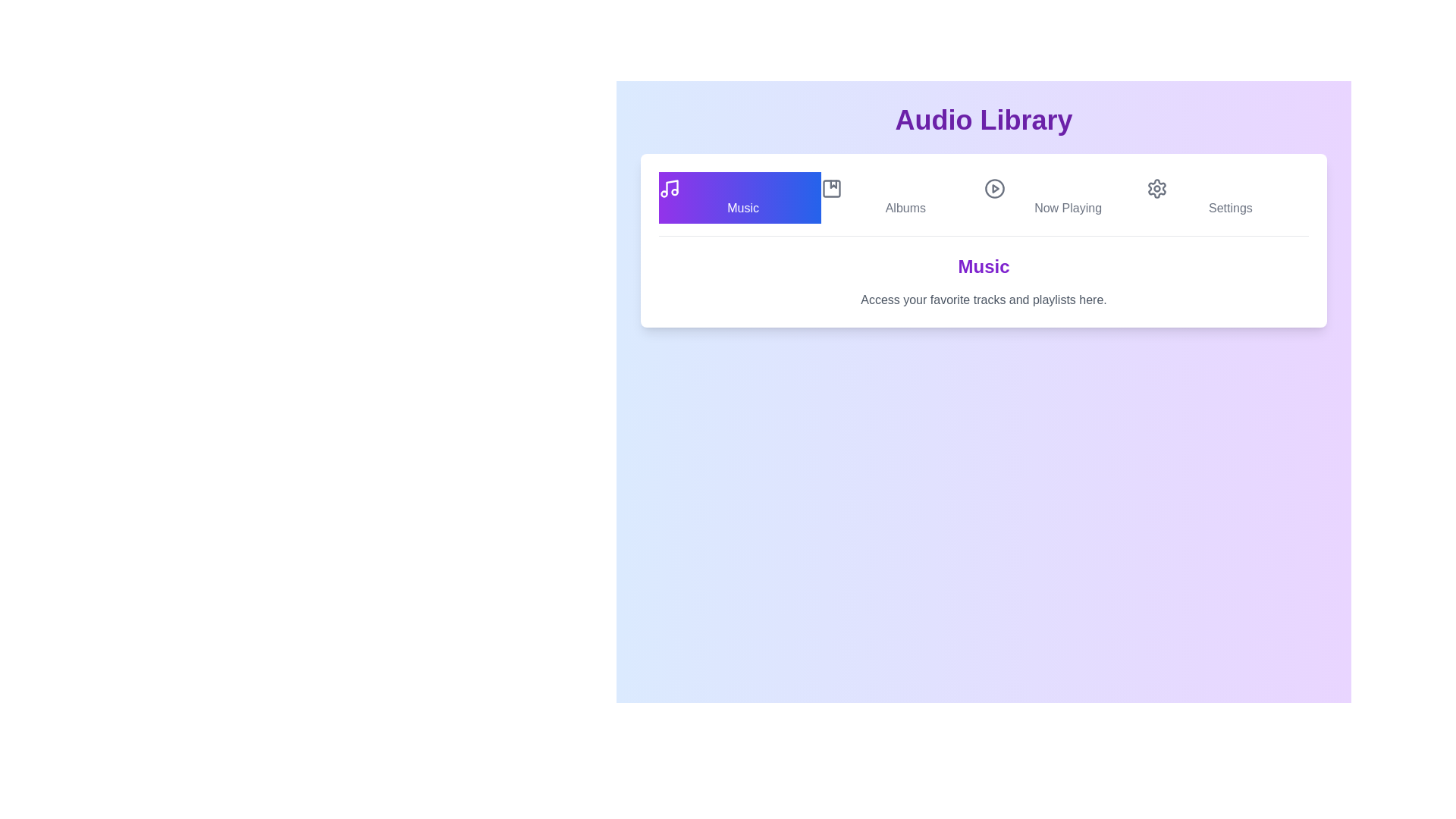  I want to click on the 'Settings' text label located at the top right of the navigation bar in the 'Audio Library' interface, so click(1230, 208).